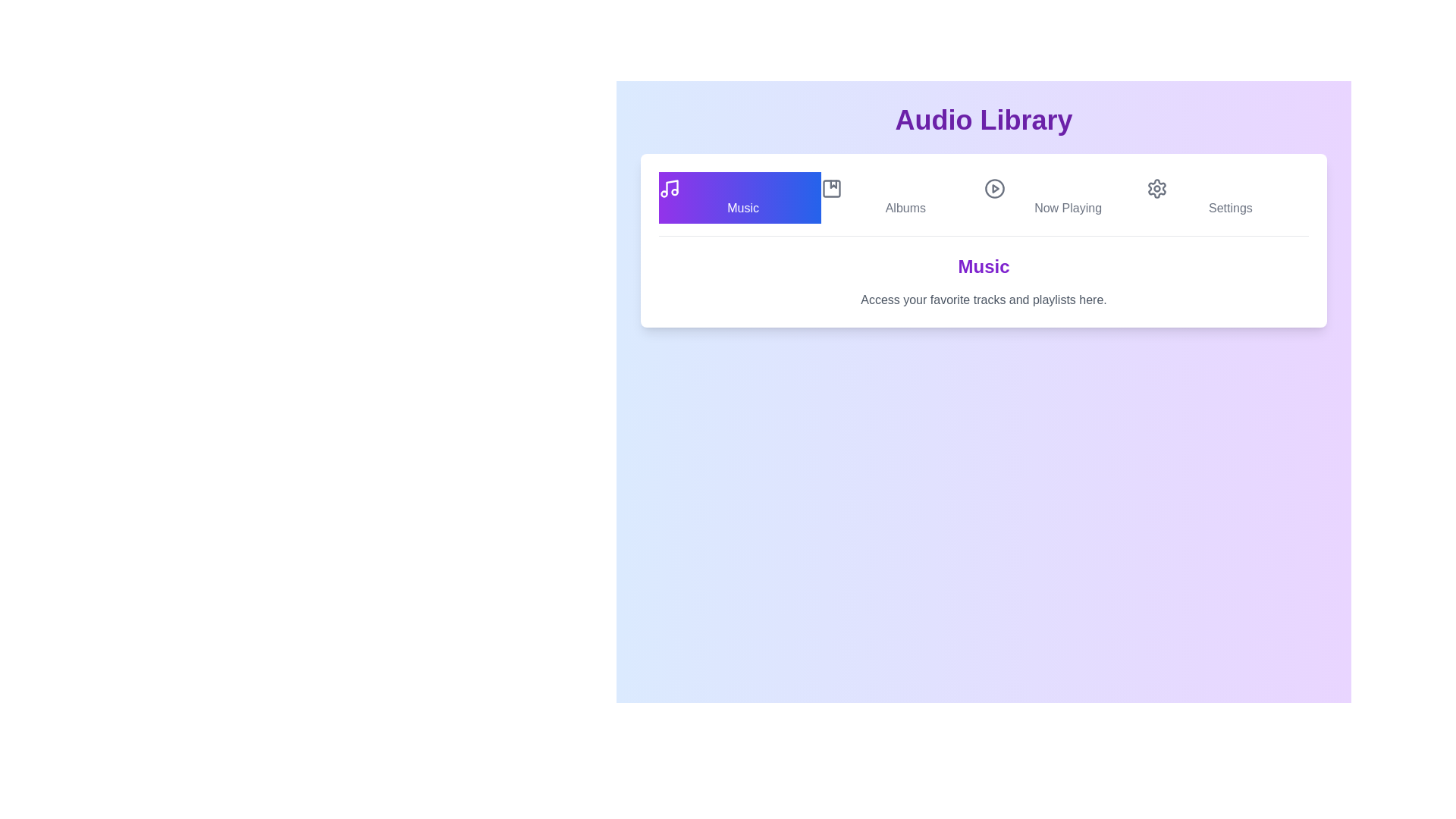  I want to click on the 'Settings' text label located at the top right of the navigation bar in the 'Audio Library' interface, so click(1230, 208).